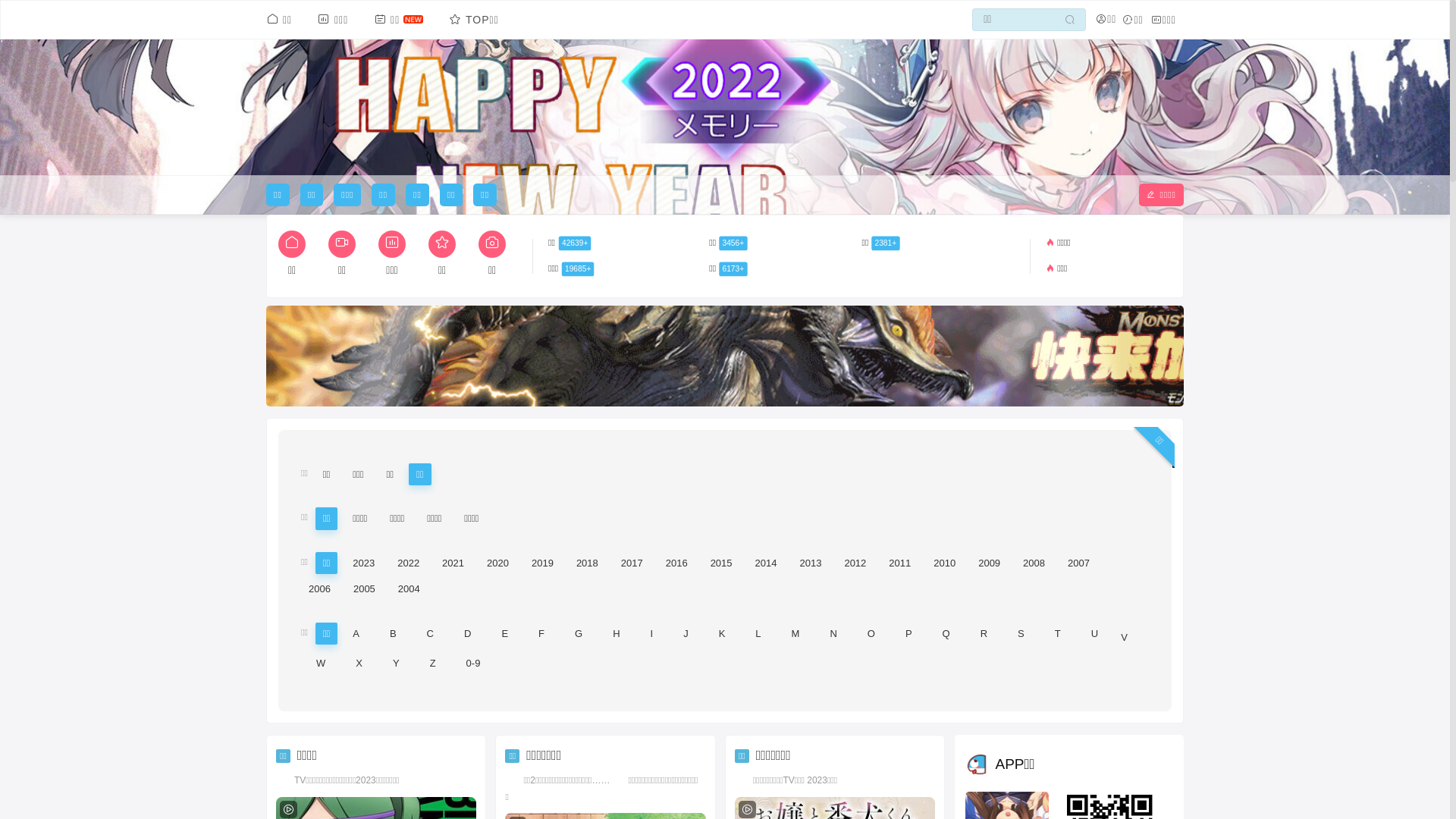 The width and height of the screenshot is (1456, 819). What do you see at coordinates (452, 563) in the screenshot?
I see `'2021'` at bounding box center [452, 563].